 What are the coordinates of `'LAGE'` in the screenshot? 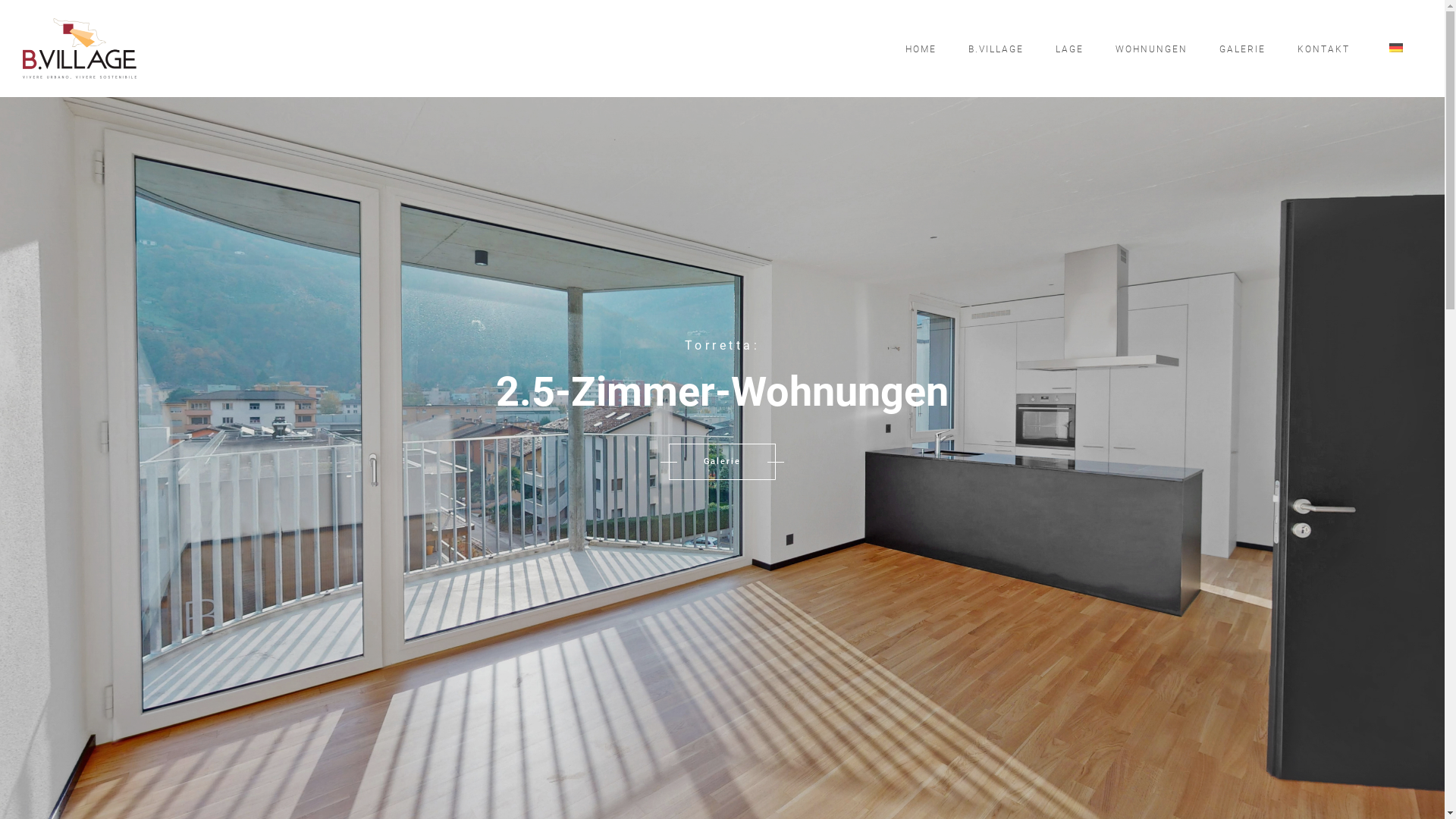 It's located at (1068, 49).